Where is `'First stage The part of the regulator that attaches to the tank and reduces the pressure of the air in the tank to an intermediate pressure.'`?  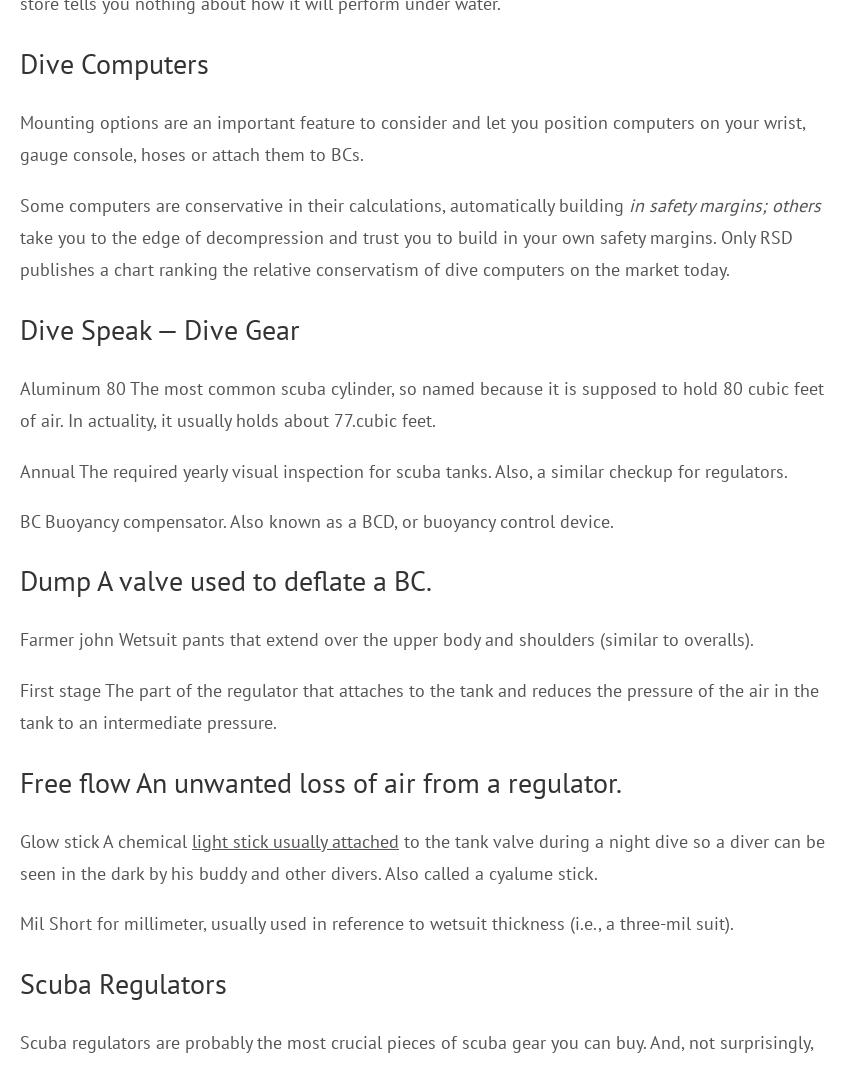 'First stage The part of the regulator that attaches to the tank and reduces the pressure of the air in the tank to an intermediate pressure.' is located at coordinates (419, 705).